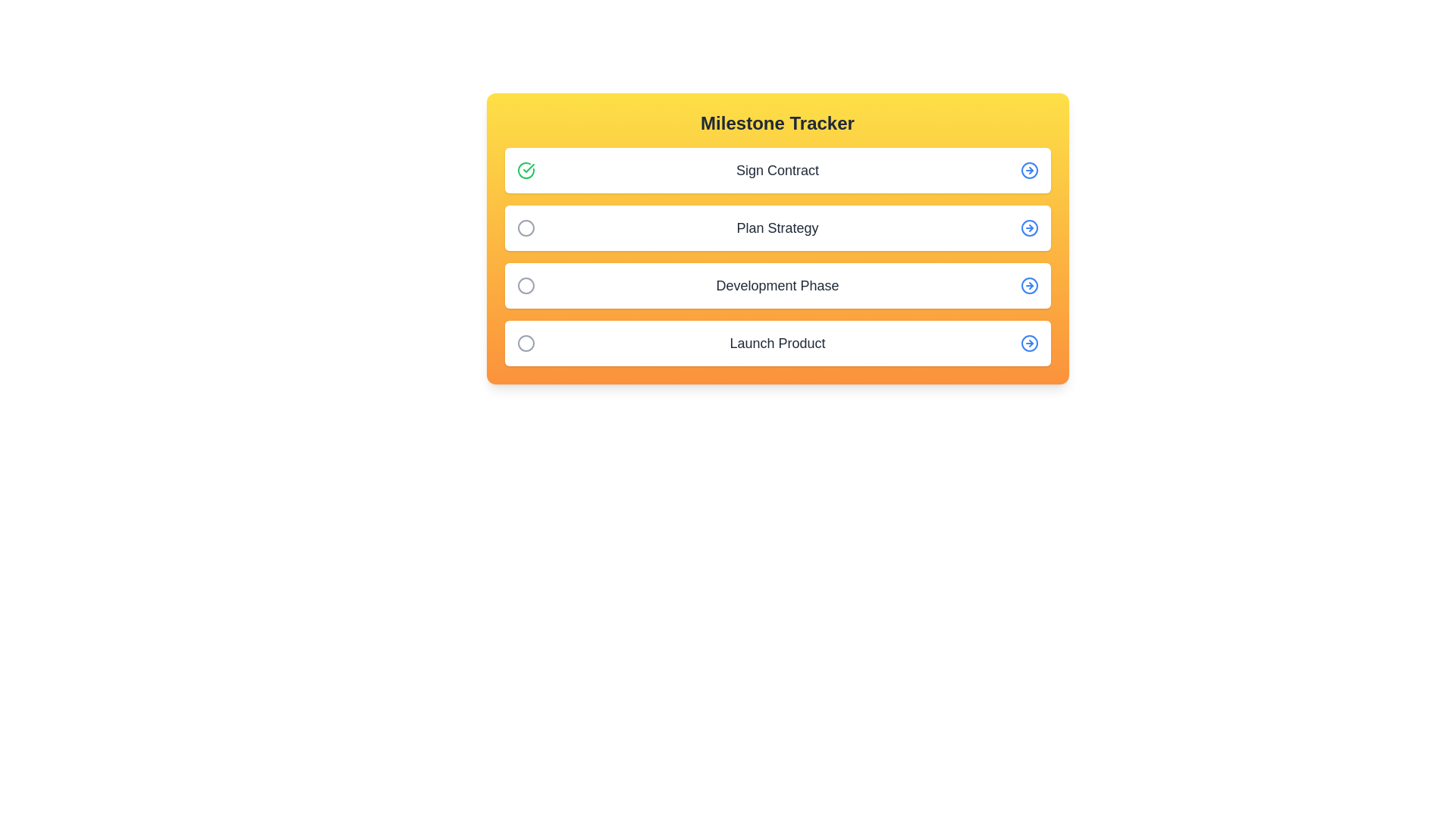  Describe the element at coordinates (1029, 343) in the screenshot. I see `the blue circular icon with a white arrow pointing to the right, located` at that location.